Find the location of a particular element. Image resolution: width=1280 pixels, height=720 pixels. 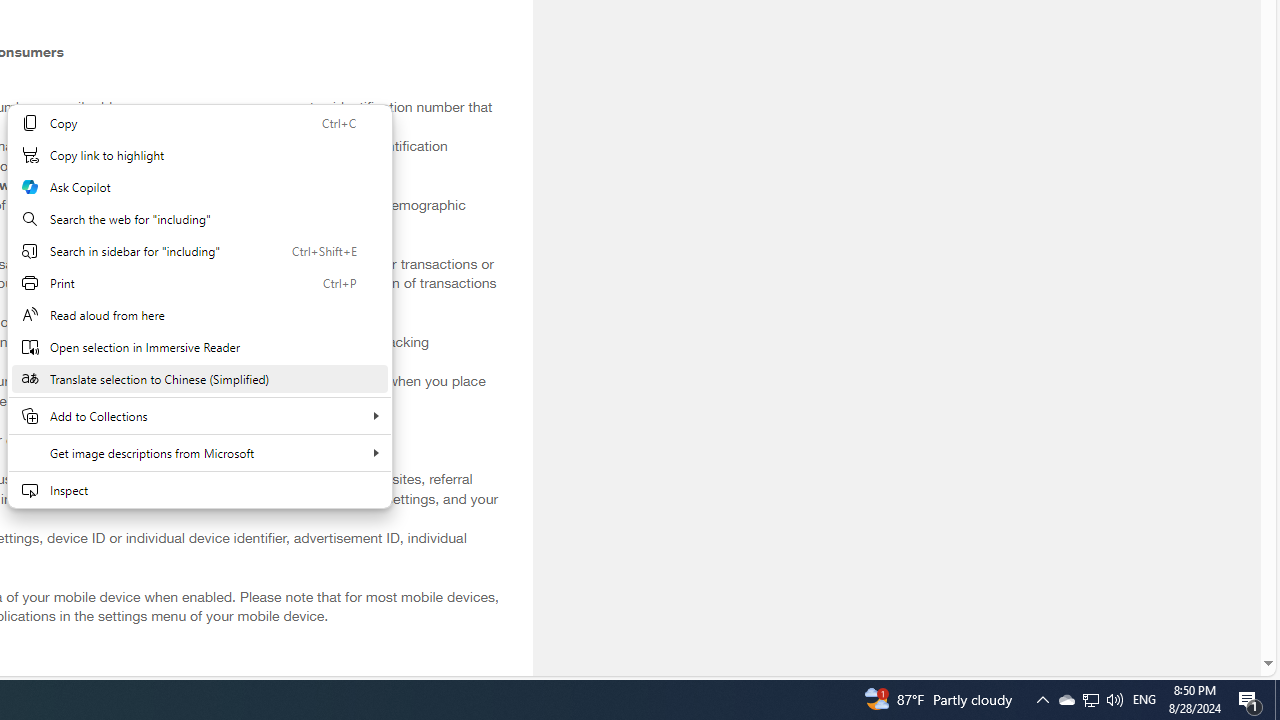

'Web context' is located at coordinates (199, 306).